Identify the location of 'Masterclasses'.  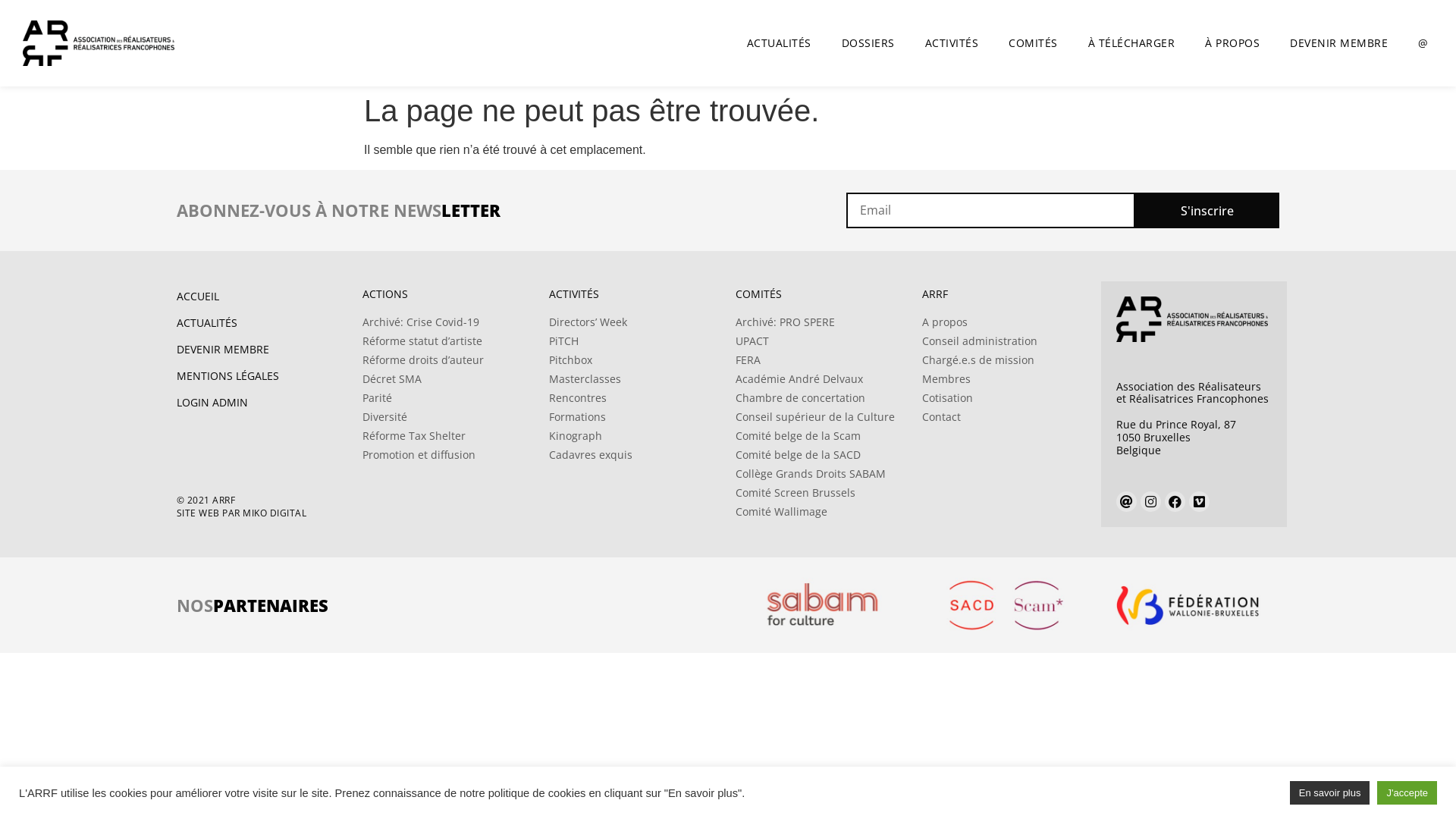
(548, 378).